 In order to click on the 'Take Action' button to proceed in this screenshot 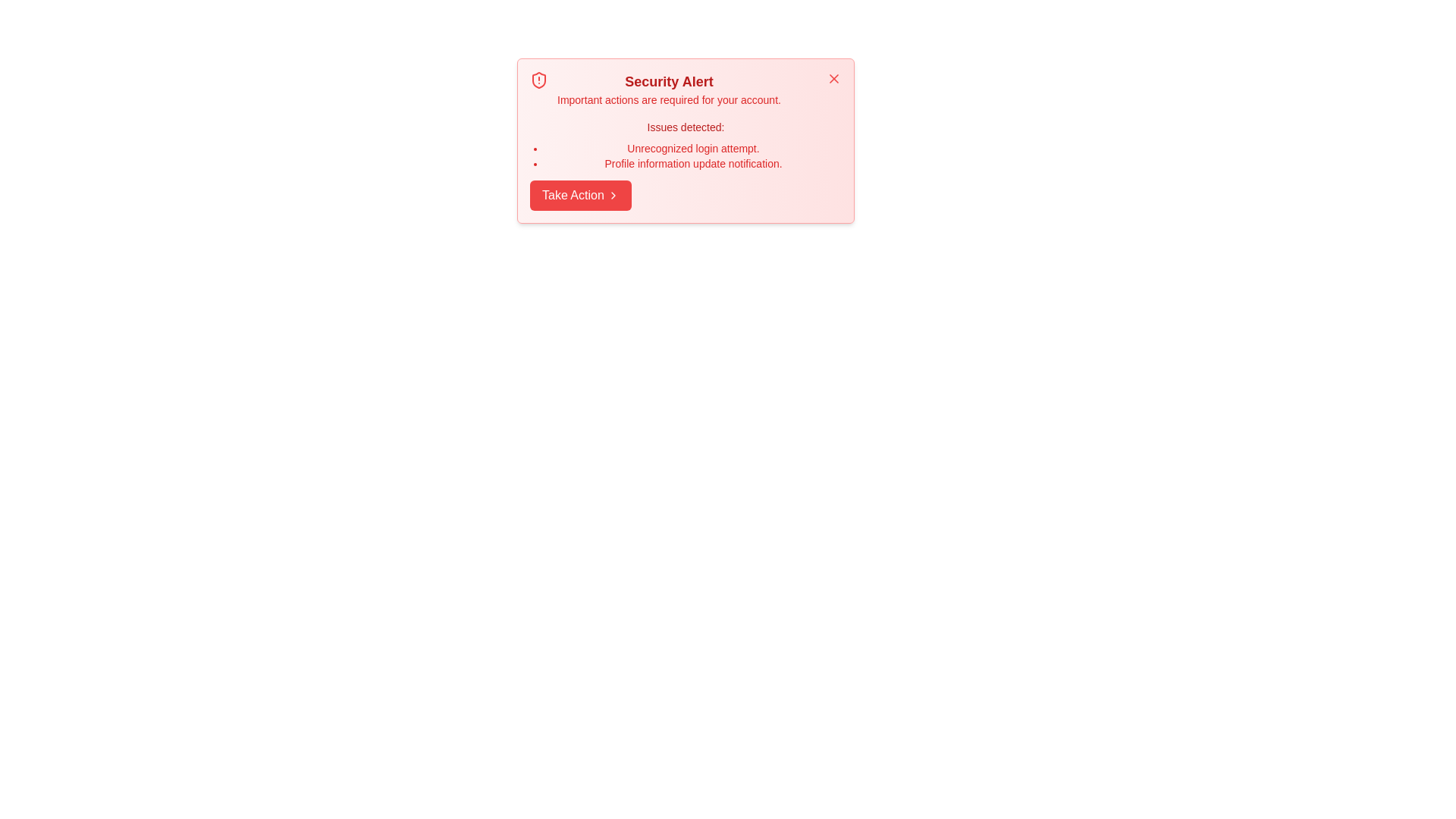, I will do `click(579, 195)`.